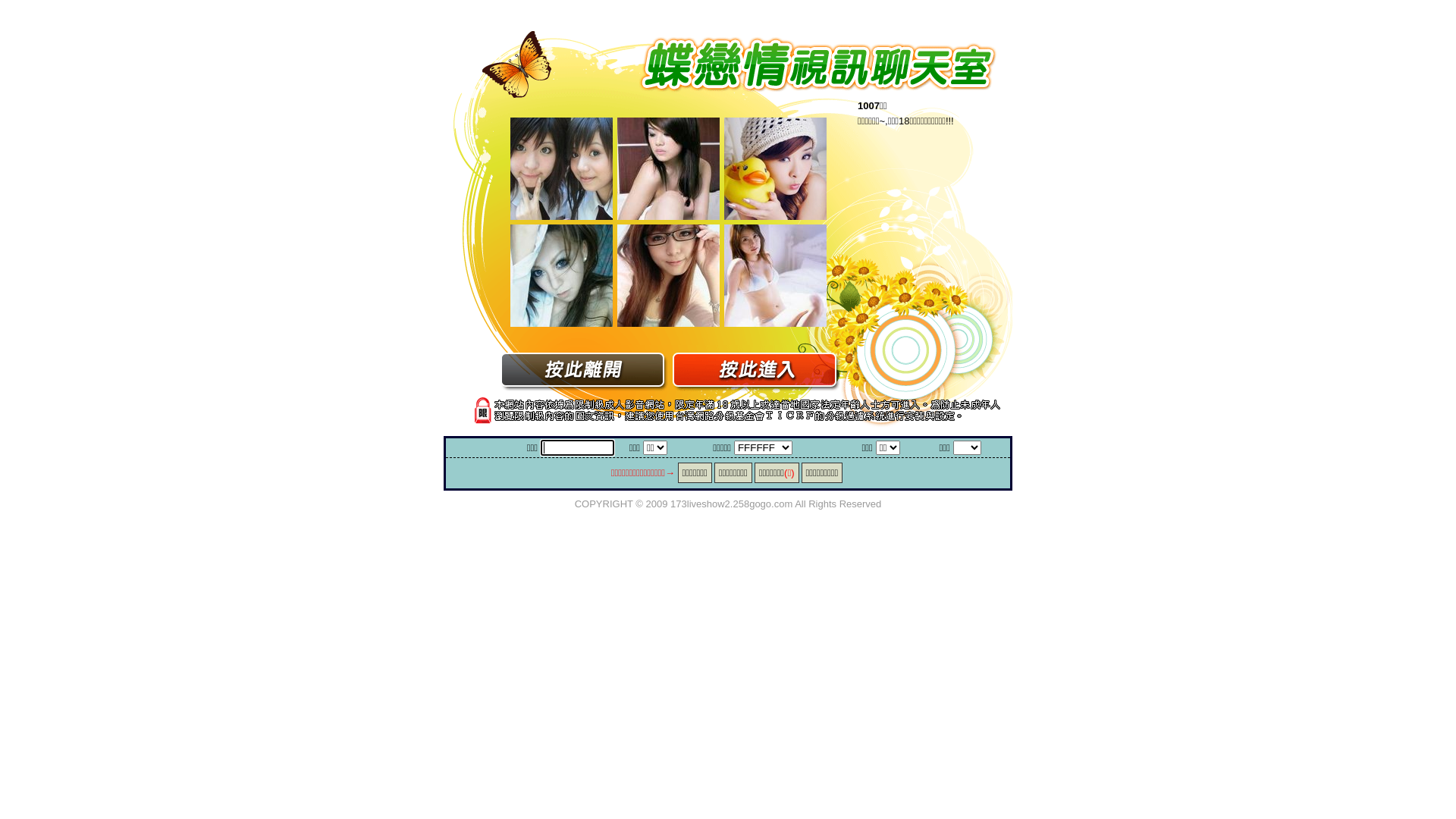 This screenshot has height=819, width=1456. Describe the element at coordinates (731, 503) in the screenshot. I see `'173liveshow2.258gogo.com'` at that location.